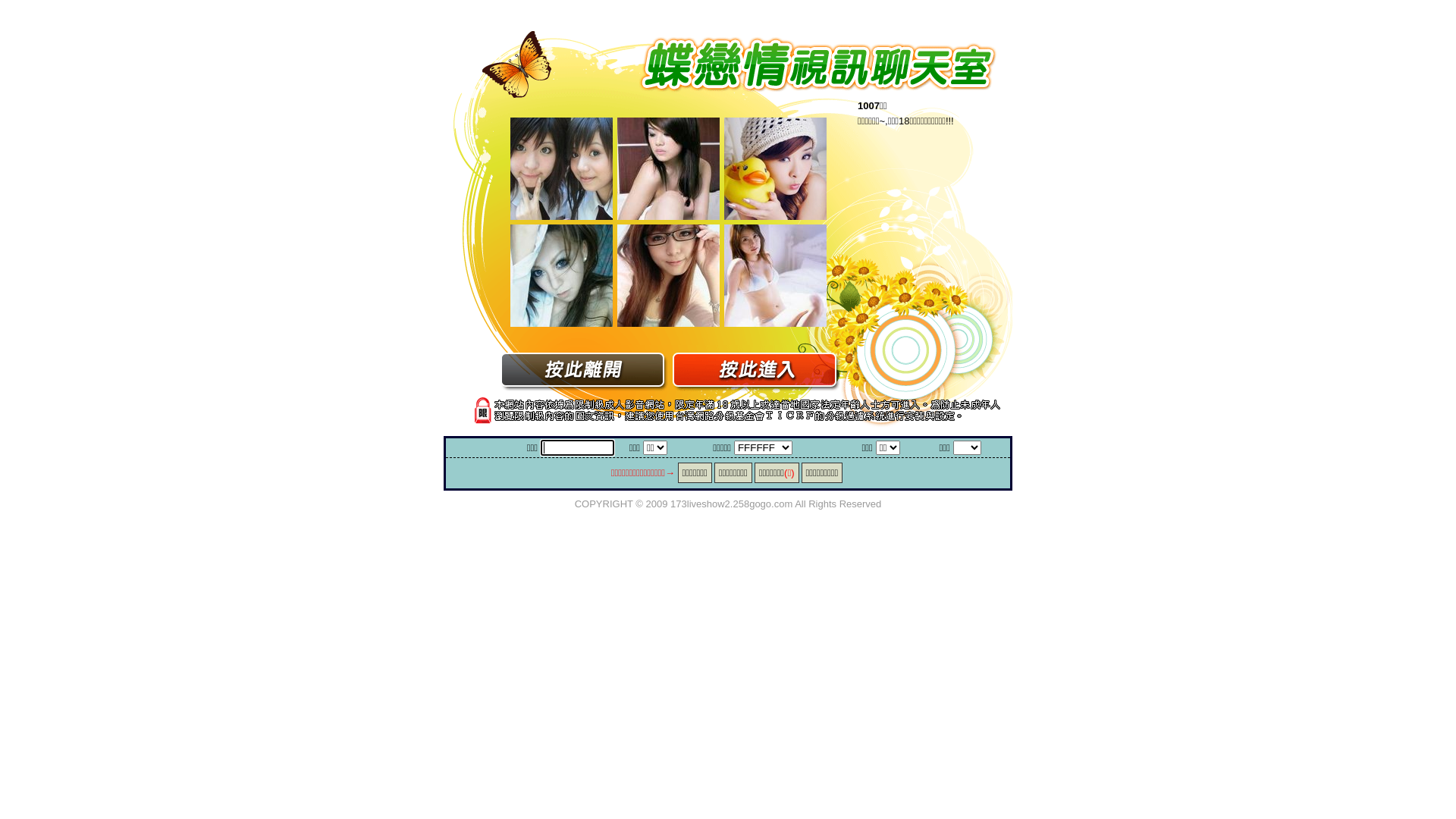 This screenshot has height=819, width=1456. Describe the element at coordinates (731, 503) in the screenshot. I see `'173liveshow2.258gogo.com'` at that location.